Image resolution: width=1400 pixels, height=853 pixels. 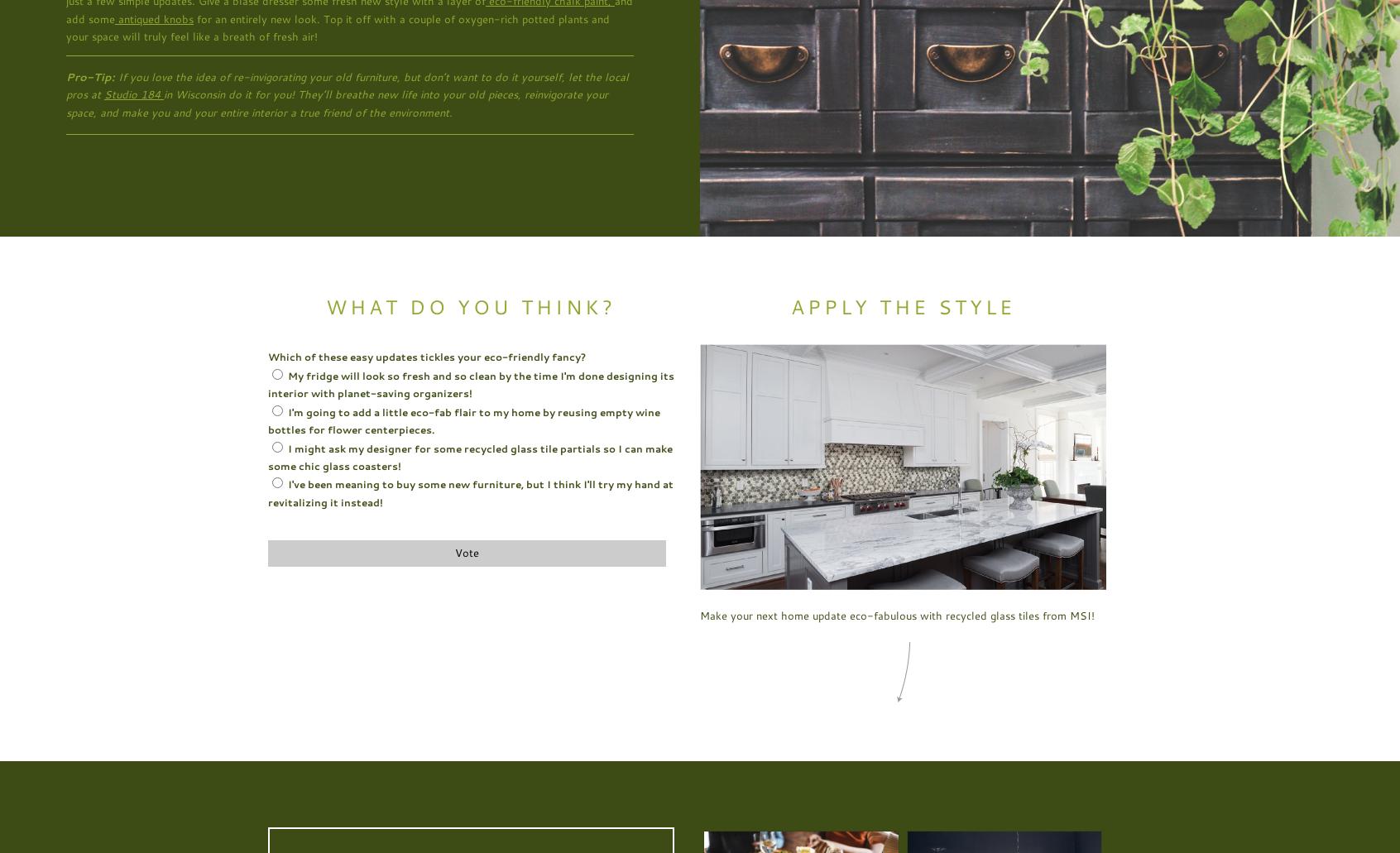 What do you see at coordinates (470, 305) in the screenshot?
I see `'What Do You Think?'` at bounding box center [470, 305].